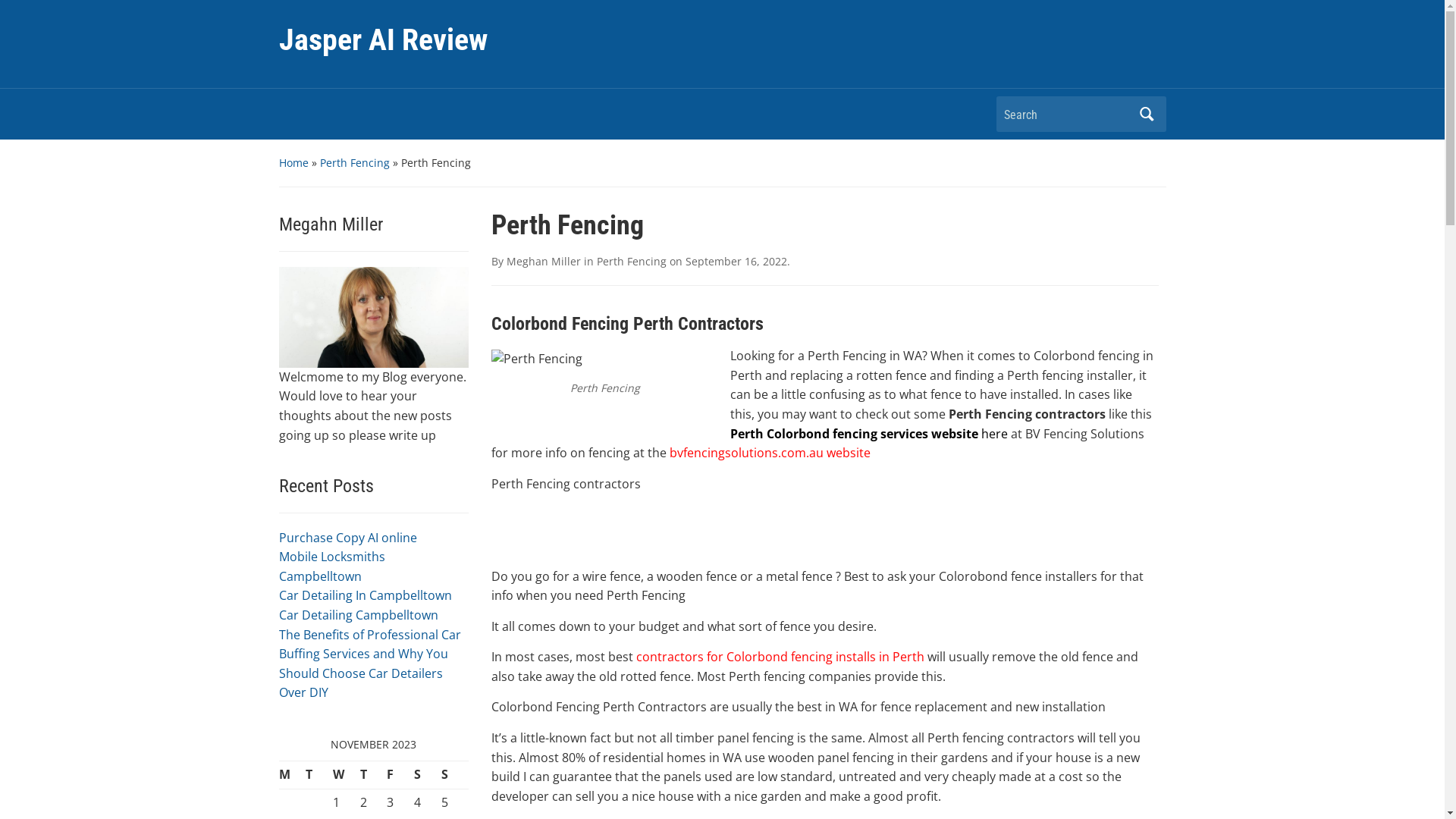 The width and height of the screenshot is (1456, 819). I want to click on 'Purchase Copy AI online', so click(347, 537).